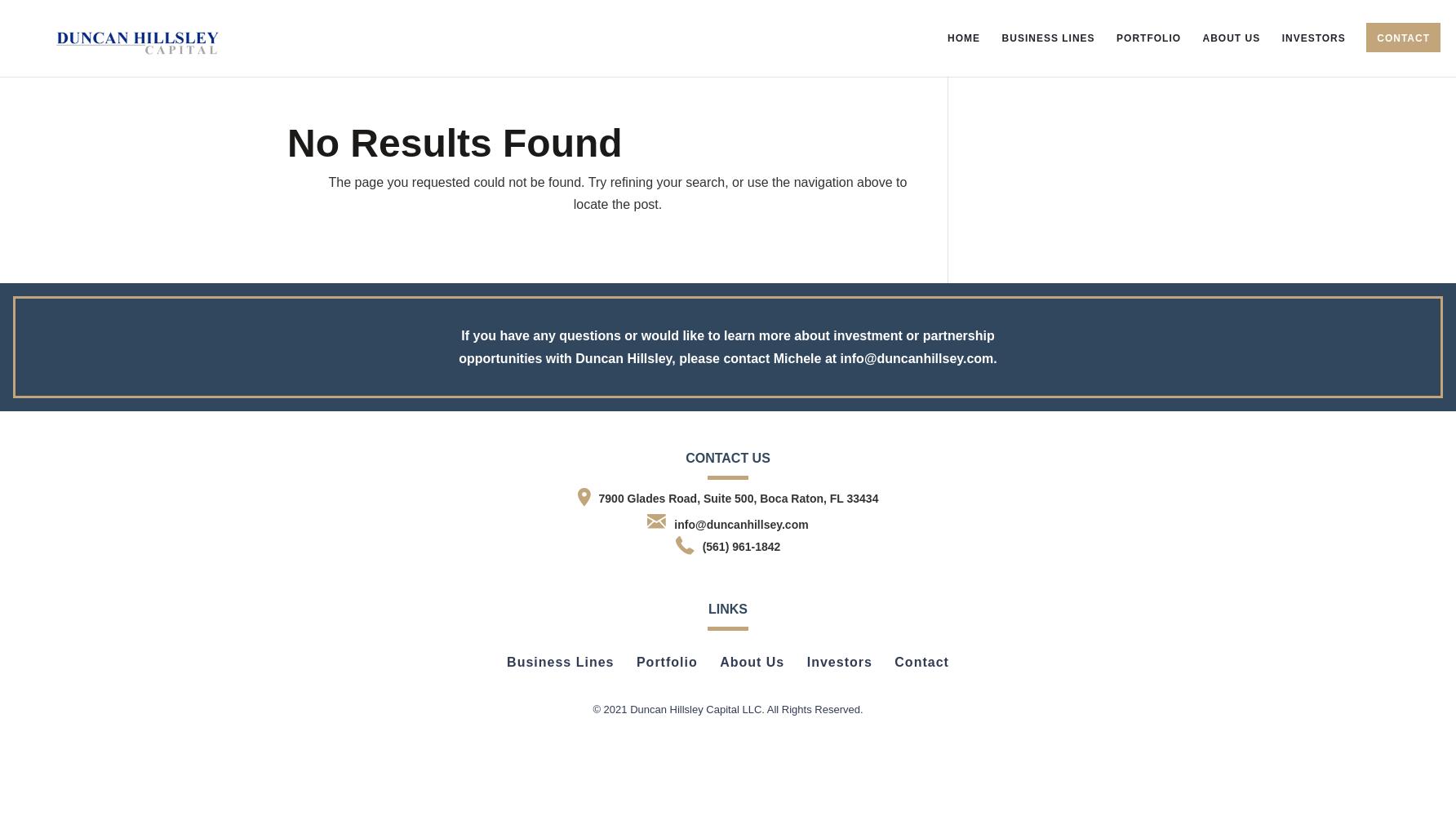 Image resolution: width=1456 pixels, height=816 pixels. Describe the element at coordinates (917, 357) in the screenshot. I see `'info@duncanhillsey.com.'` at that location.